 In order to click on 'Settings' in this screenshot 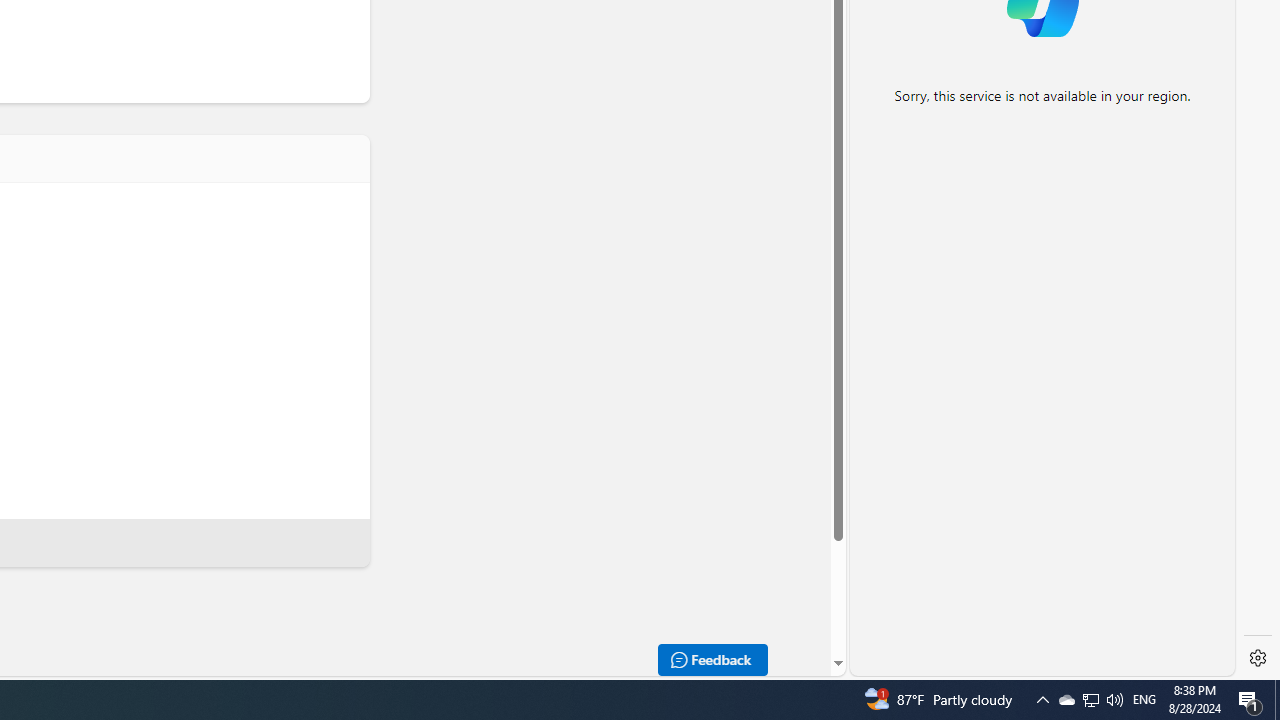, I will do `click(1257, 658)`.